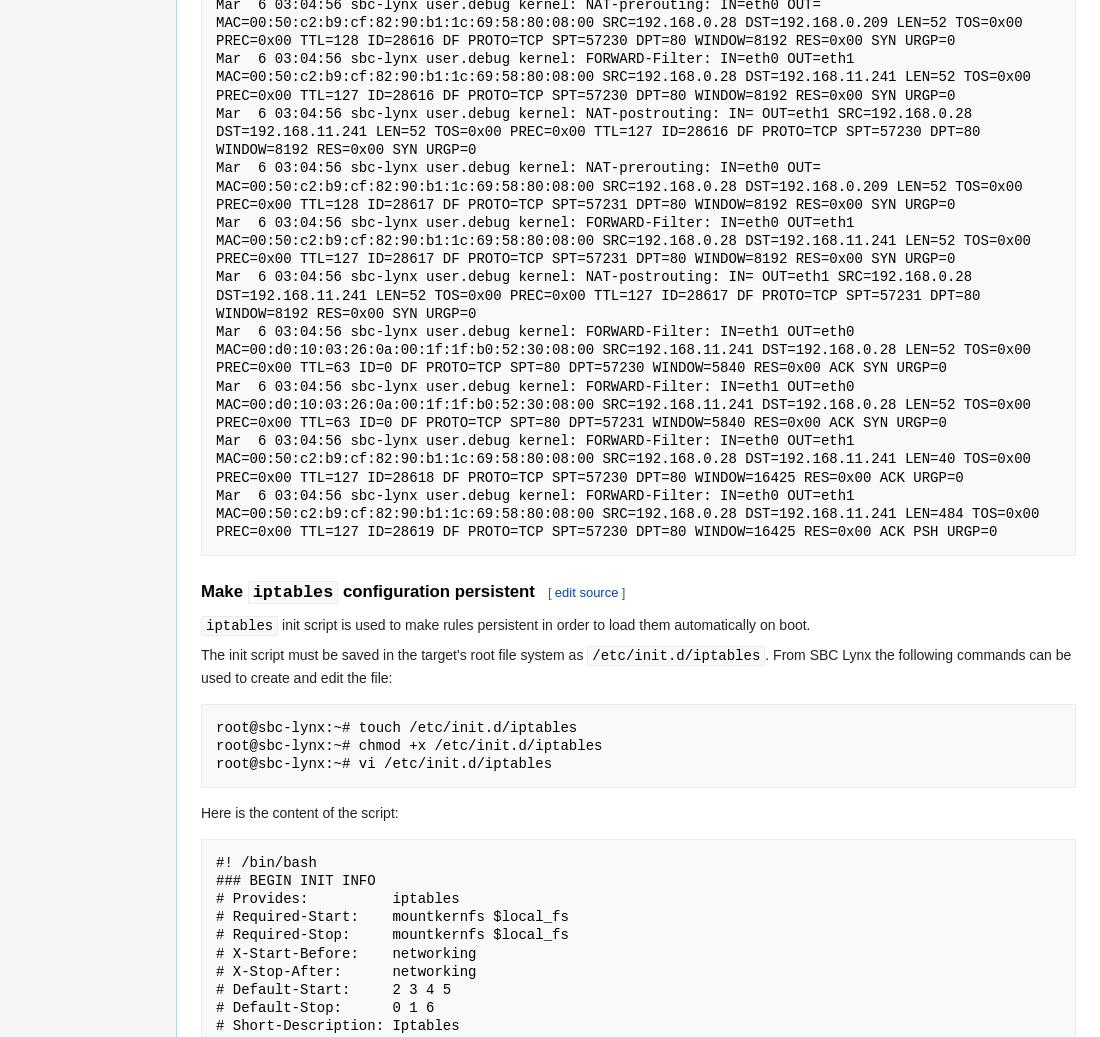 The width and height of the screenshot is (1100, 1037). Describe the element at coordinates (584, 591) in the screenshot. I see `'edit source'` at that location.